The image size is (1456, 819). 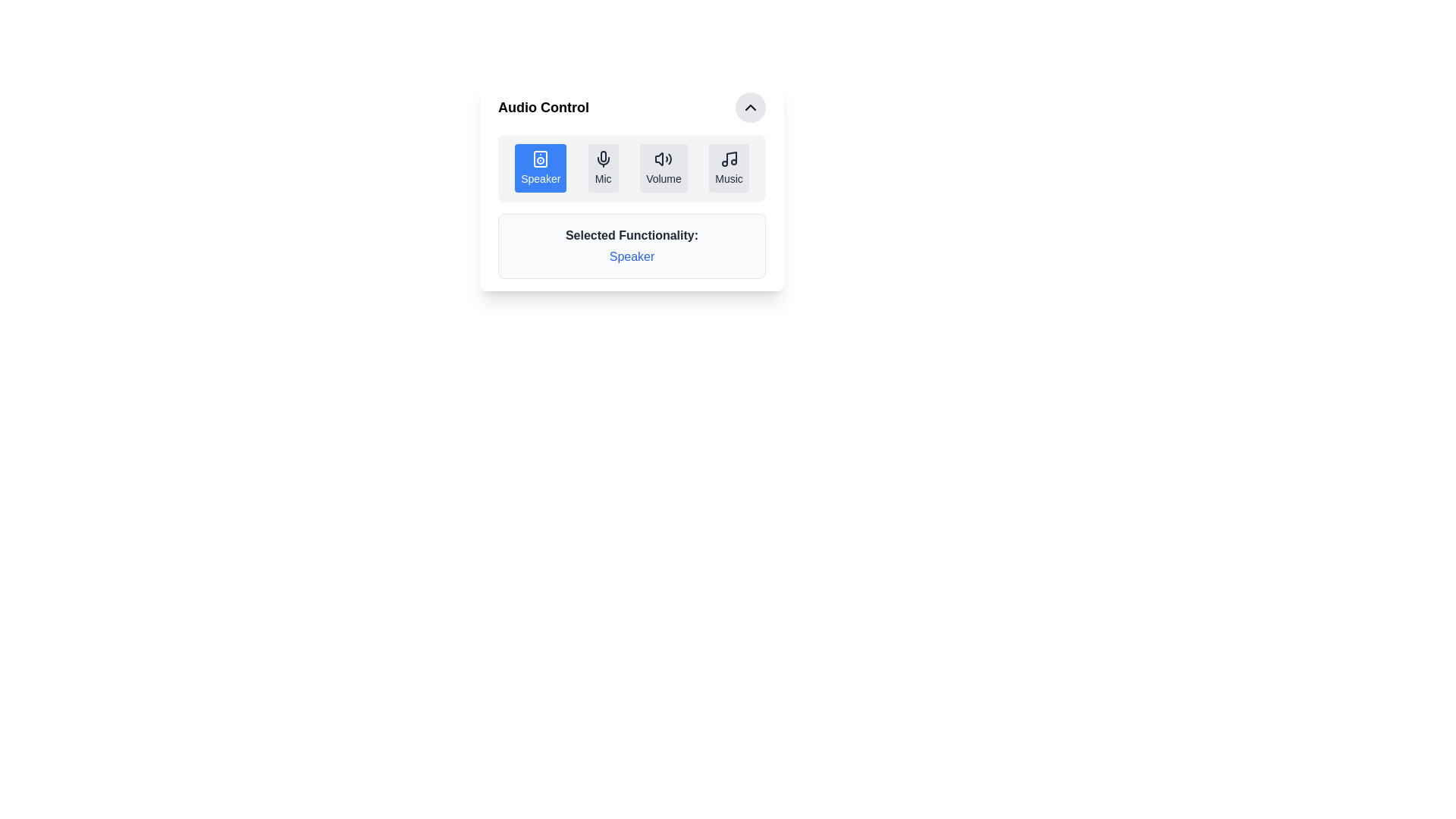 I want to click on the microphone control button, which is the second button from the left in the 'Audio Control' section, so click(x=602, y=168).